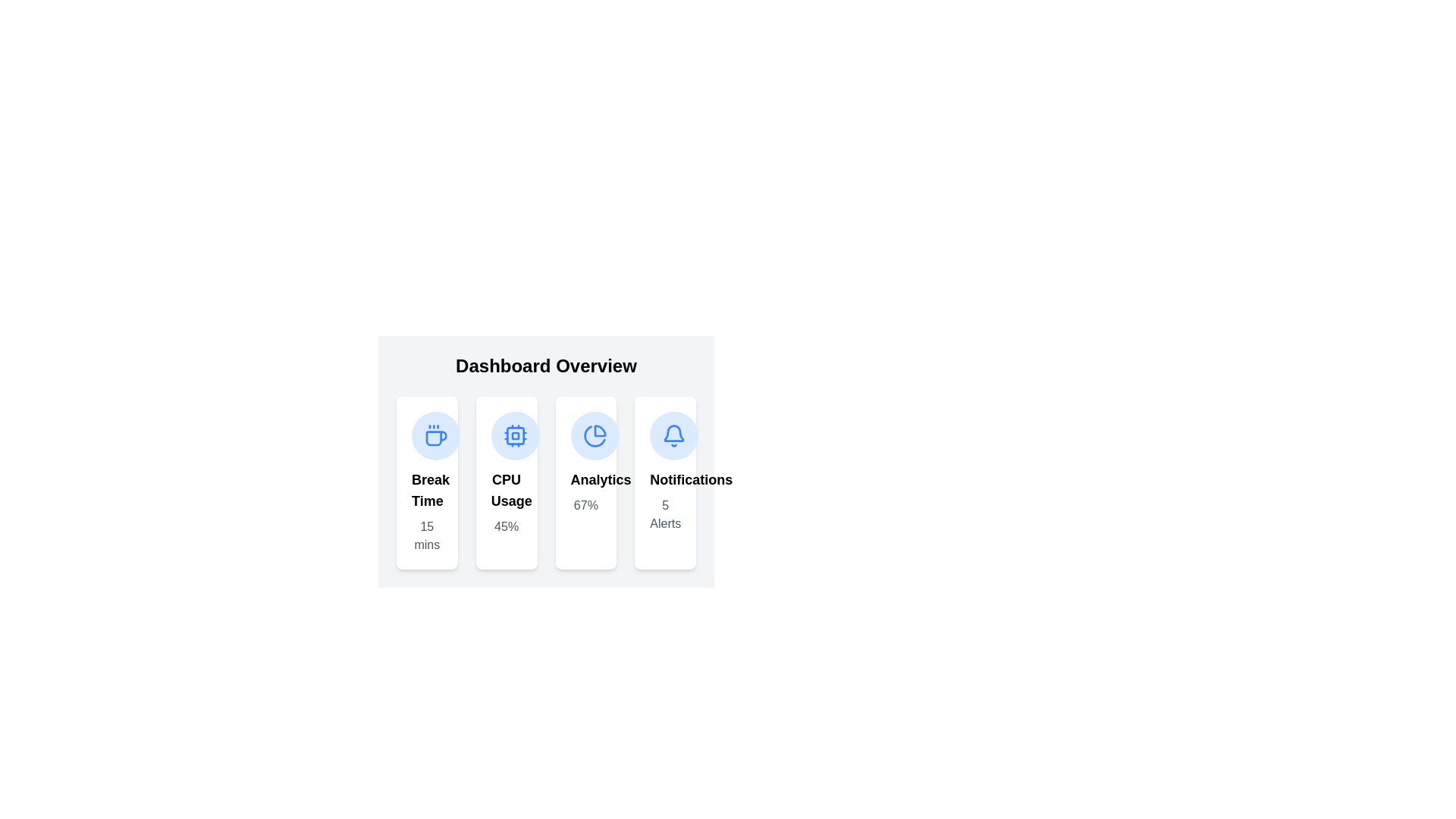  What do you see at coordinates (673, 435) in the screenshot?
I see `the bell icon located at the bottom-right of the icon set in the 'Dashboard Overview' panel, which signifies notifications or alerts` at bounding box center [673, 435].